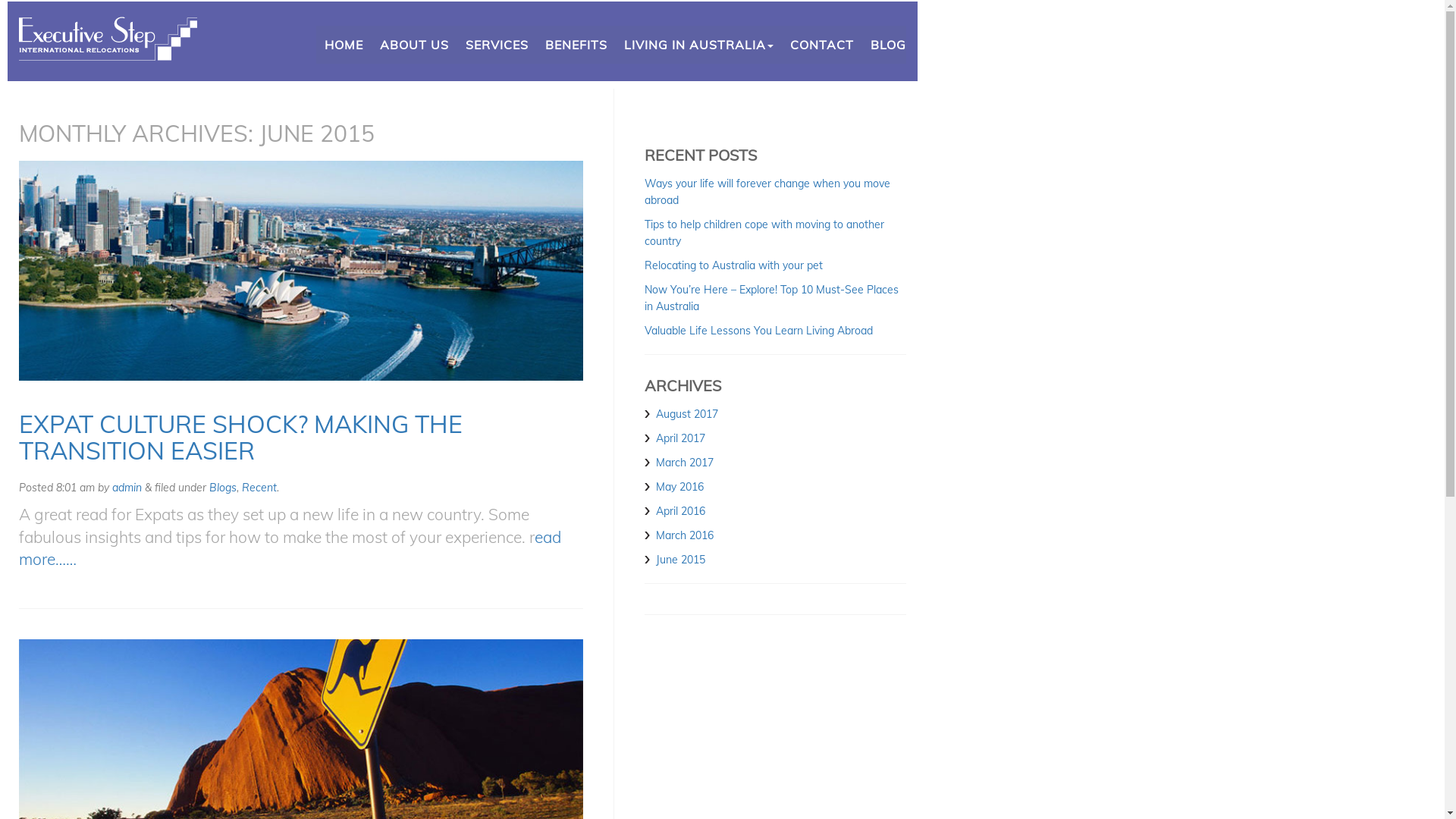 This screenshot has height=819, width=1456. I want to click on 'March 2017', so click(683, 461).